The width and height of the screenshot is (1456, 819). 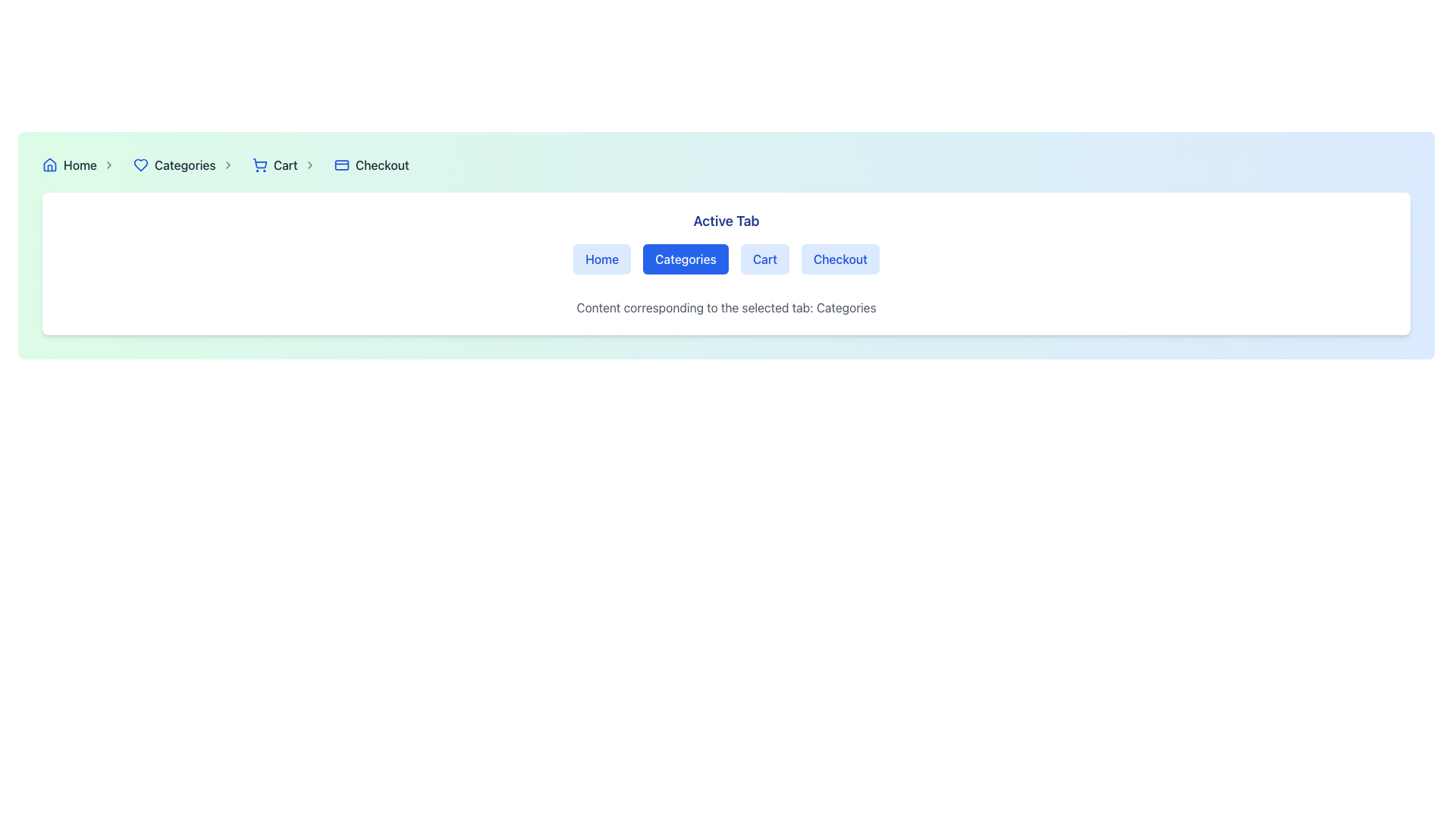 I want to click on the 'Checkout' text link, so click(x=382, y=165).